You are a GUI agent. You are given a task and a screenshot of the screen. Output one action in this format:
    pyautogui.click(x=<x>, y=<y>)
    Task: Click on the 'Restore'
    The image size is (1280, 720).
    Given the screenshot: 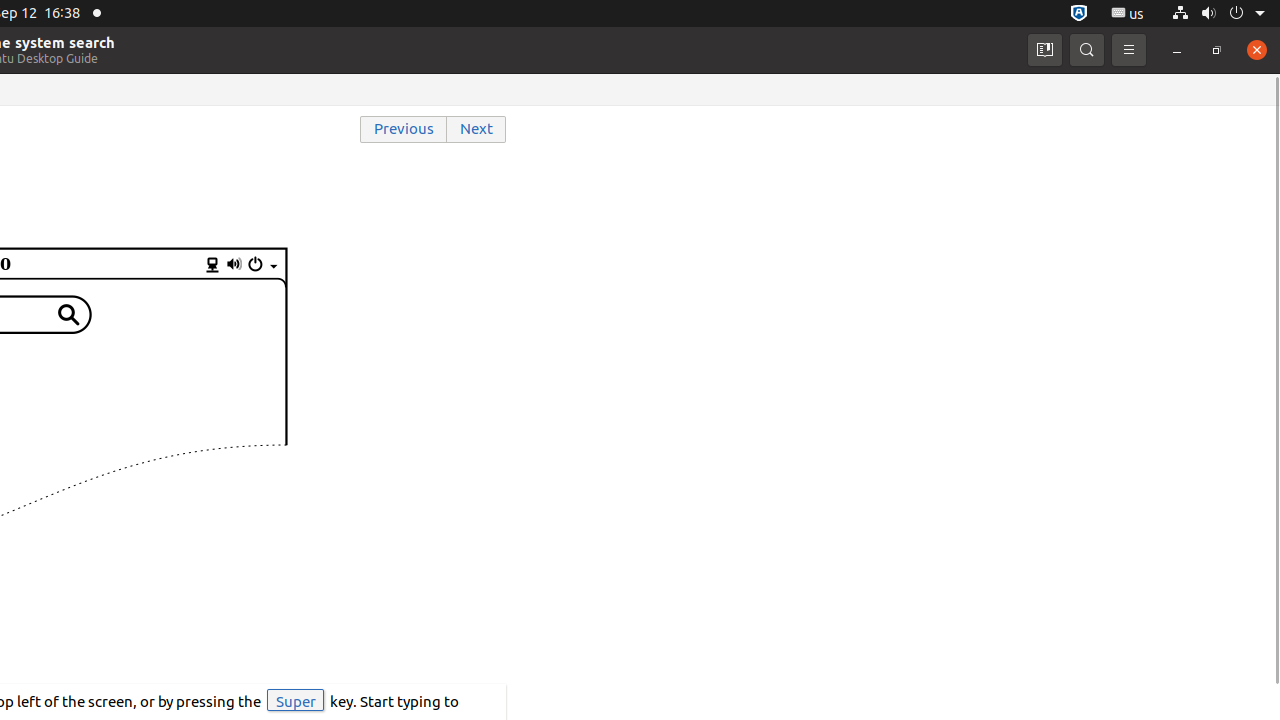 What is the action you would take?
    pyautogui.click(x=1216, y=48)
    